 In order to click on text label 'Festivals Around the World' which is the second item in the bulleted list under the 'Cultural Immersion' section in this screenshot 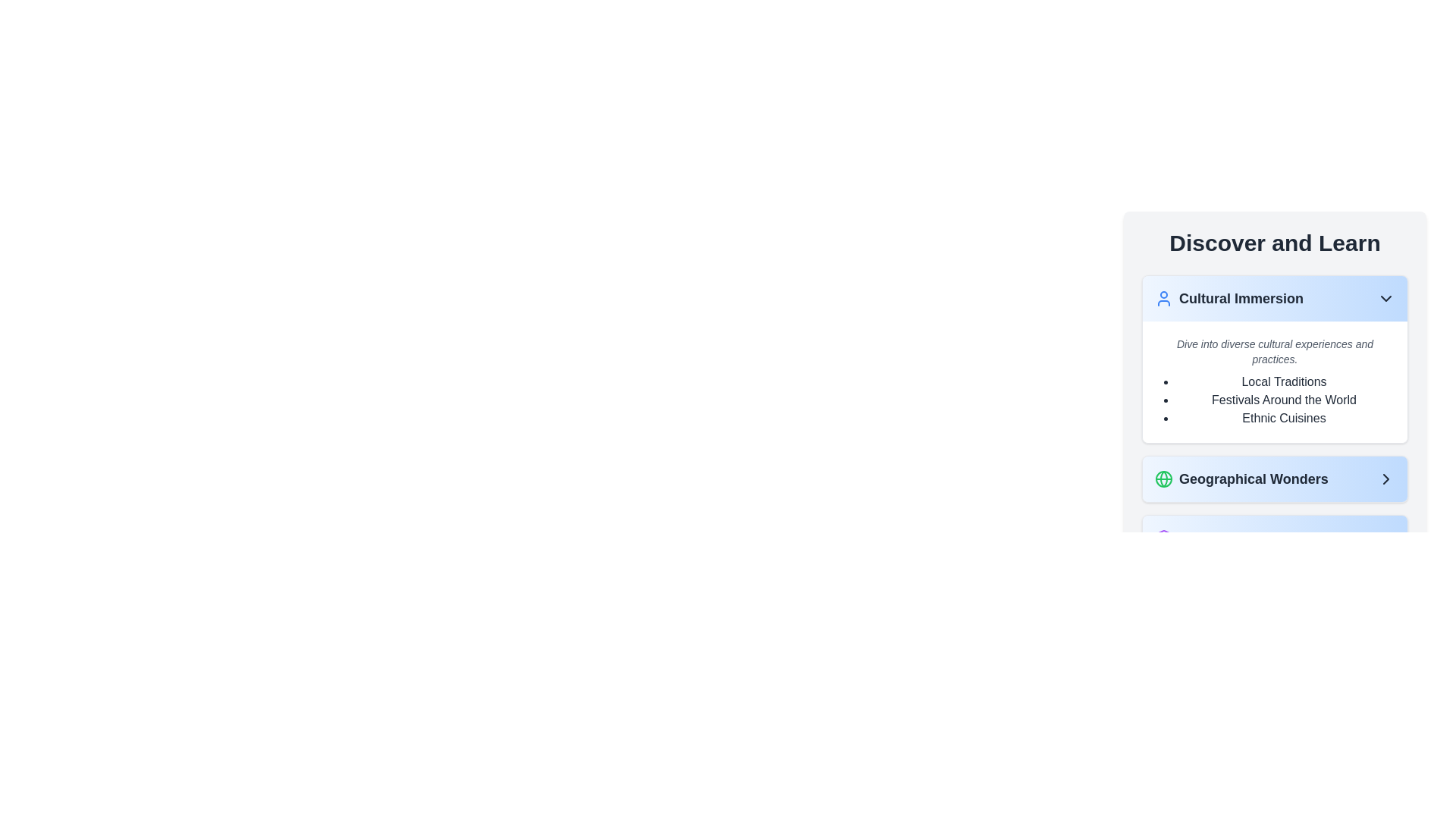, I will do `click(1283, 400)`.